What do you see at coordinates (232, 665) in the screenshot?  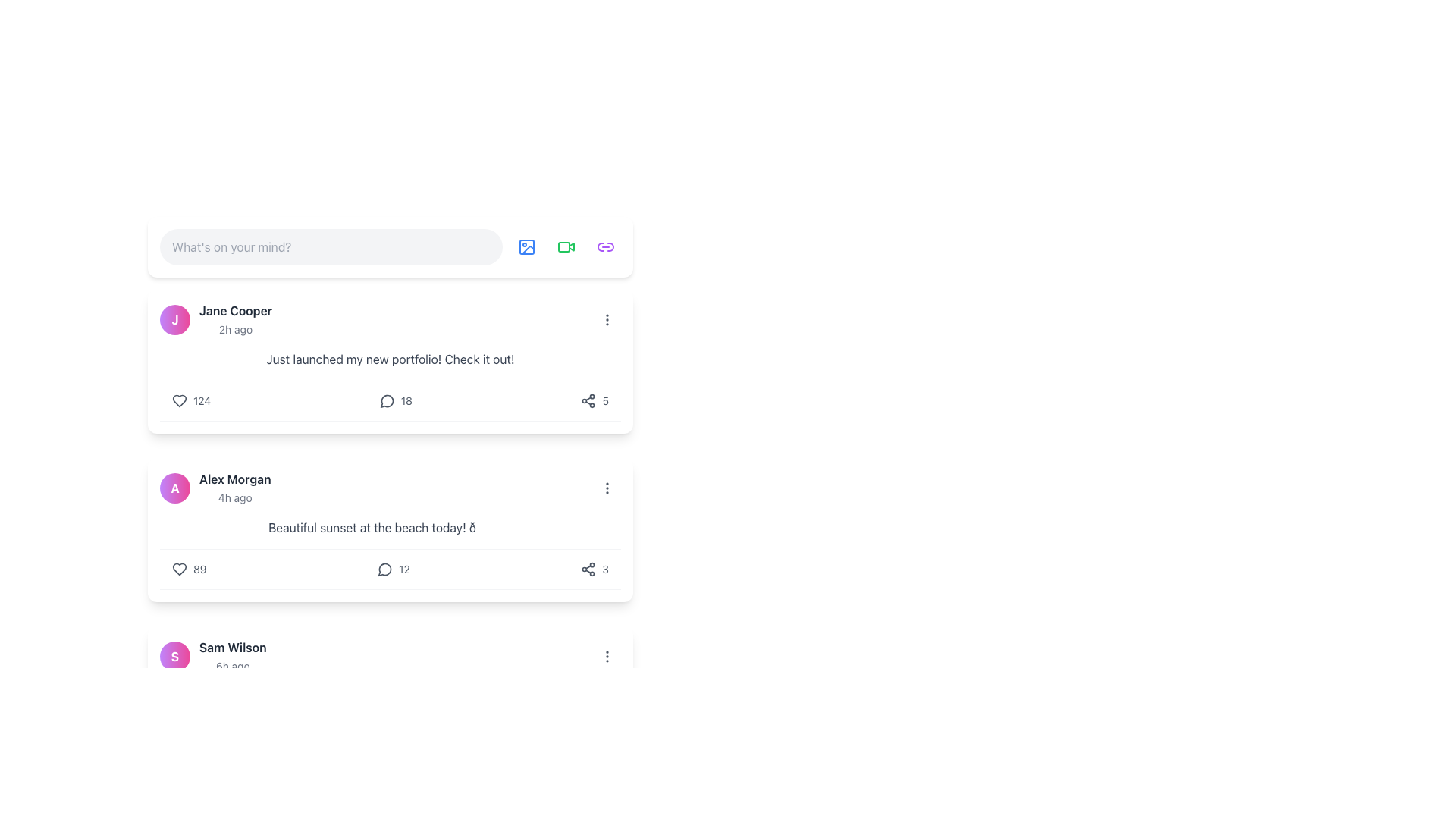 I see `the small text label displaying '6h ago' that is styled in light gray and located beneath the 'Sam Wilson' label` at bounding box center [232, 665].